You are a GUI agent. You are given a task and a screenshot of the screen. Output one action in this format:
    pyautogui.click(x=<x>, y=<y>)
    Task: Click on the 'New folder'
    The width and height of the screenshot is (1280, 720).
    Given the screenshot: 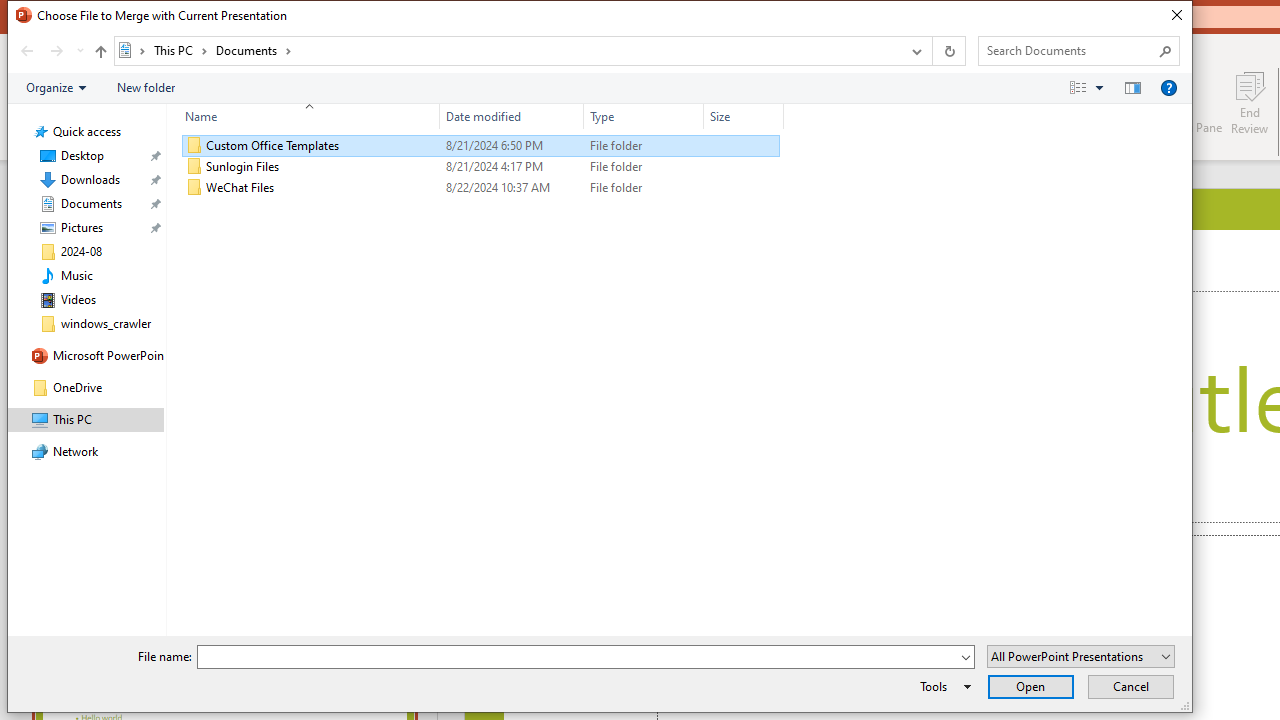 What is the action you would take?
    pyautogui.click(x=144, y=86)
    